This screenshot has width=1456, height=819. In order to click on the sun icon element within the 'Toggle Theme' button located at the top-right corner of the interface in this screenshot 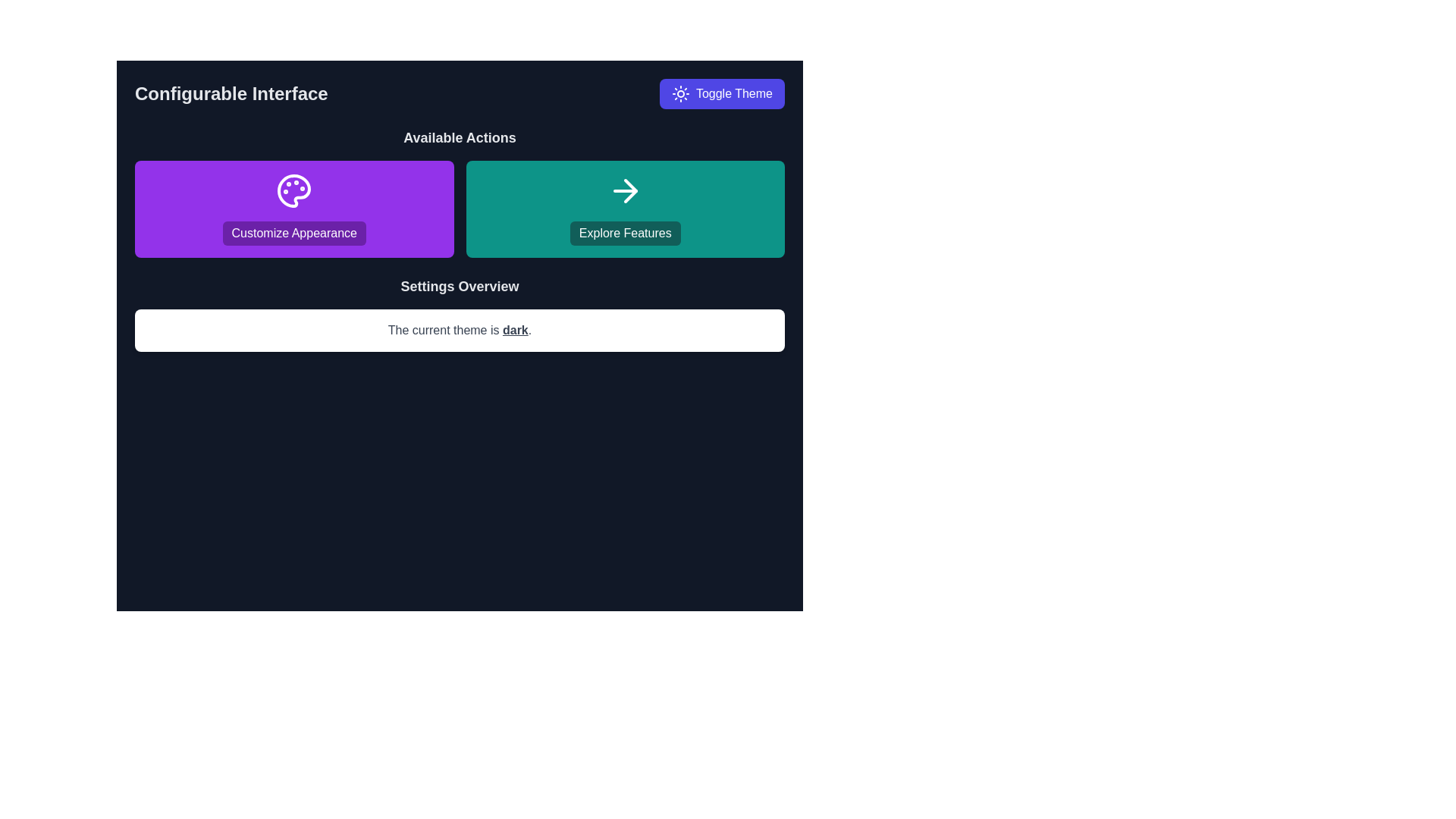, I will do `click(679, 93)`.